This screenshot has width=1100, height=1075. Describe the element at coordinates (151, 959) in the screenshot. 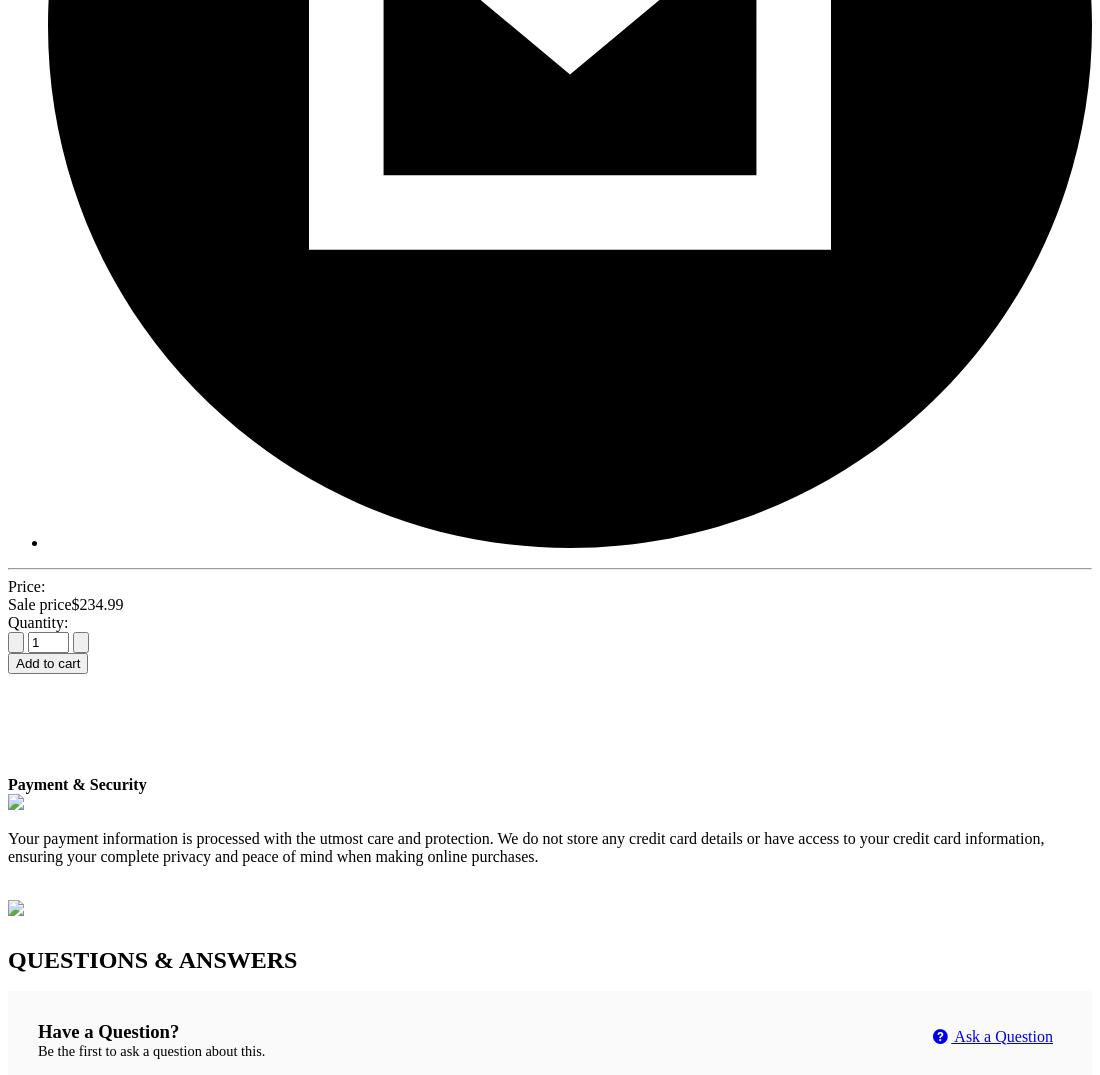

I see `'QUESTIONS & ANSWERS'` at that location.